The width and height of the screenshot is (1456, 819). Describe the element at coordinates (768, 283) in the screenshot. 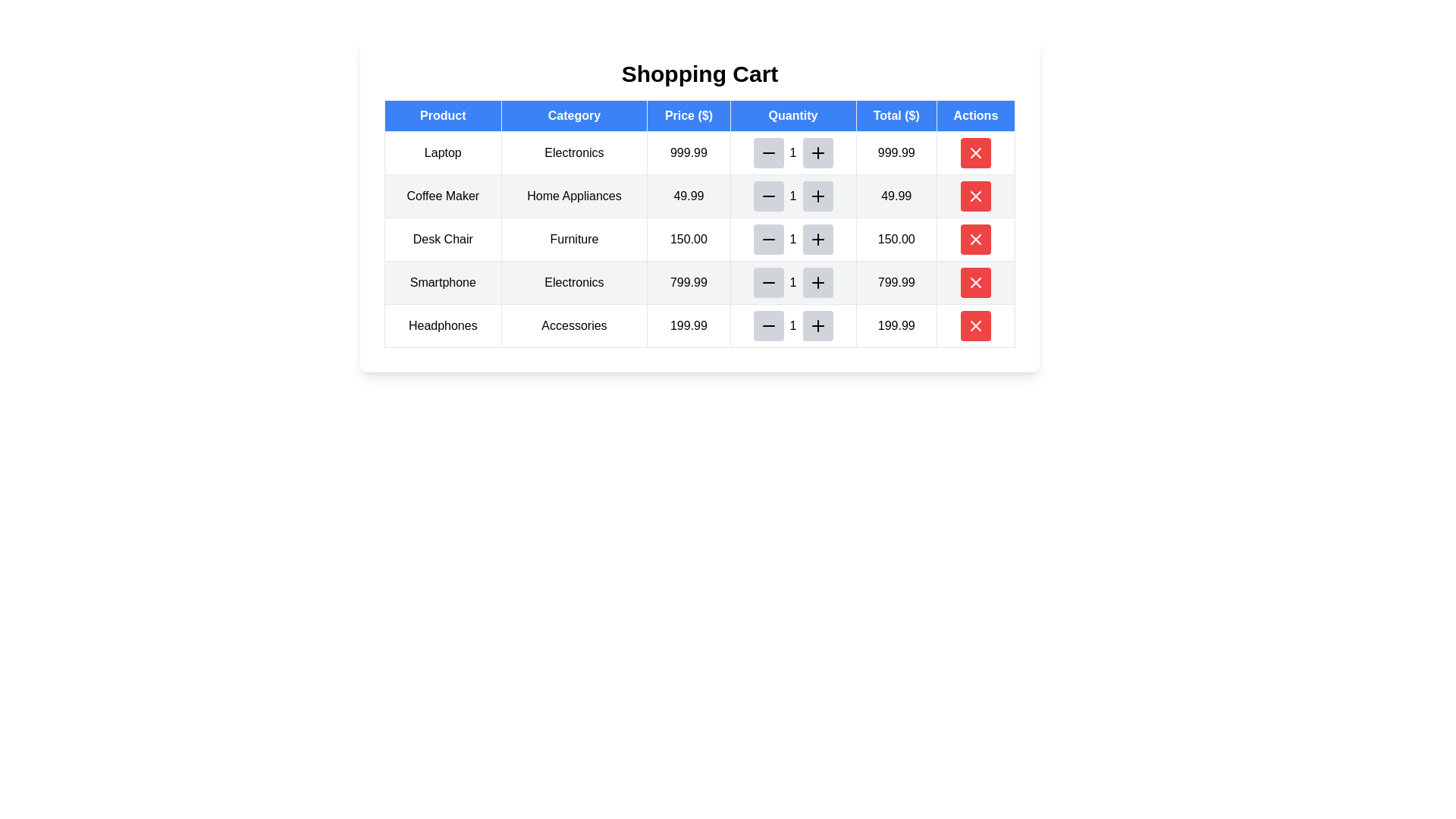

I see `the minus icon in the 'Quantity' section of the 'Smartphone' row within the shopping cart table to reduce the quantity` at that location.